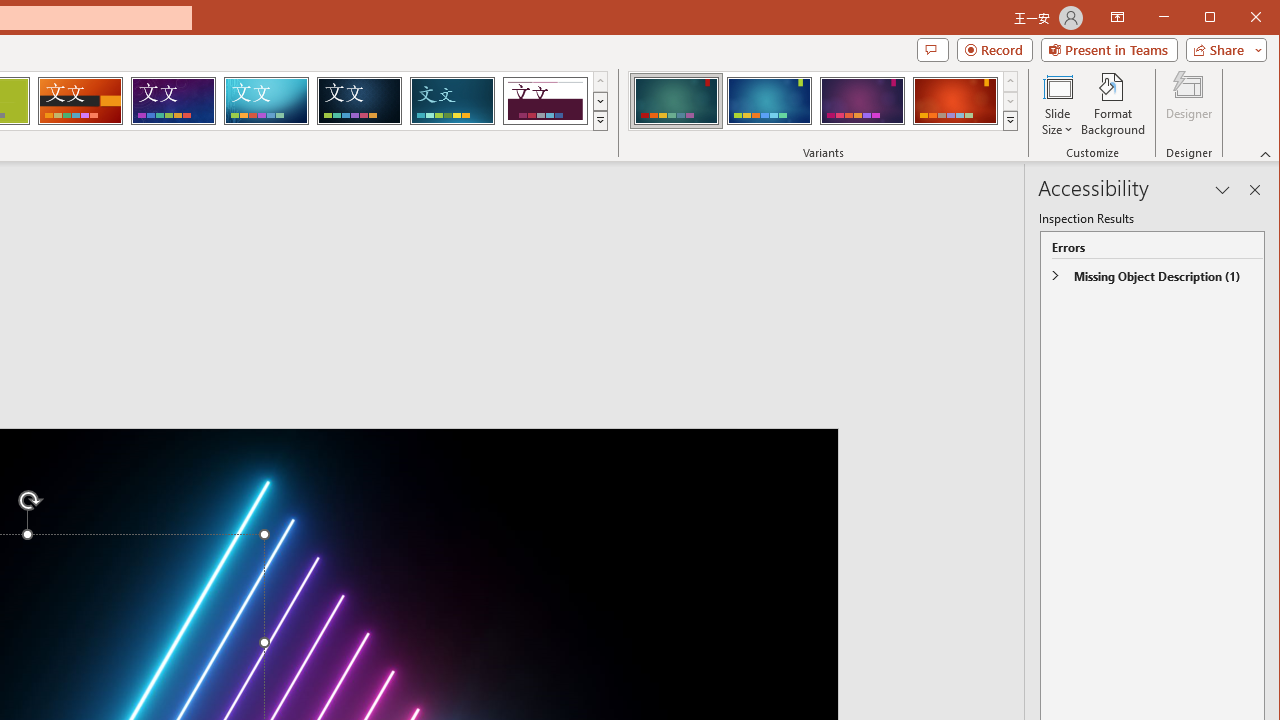  Describe the element at coordinates (954, 100) in the screenshot. I see `'Ion Variant 4'` at that location.